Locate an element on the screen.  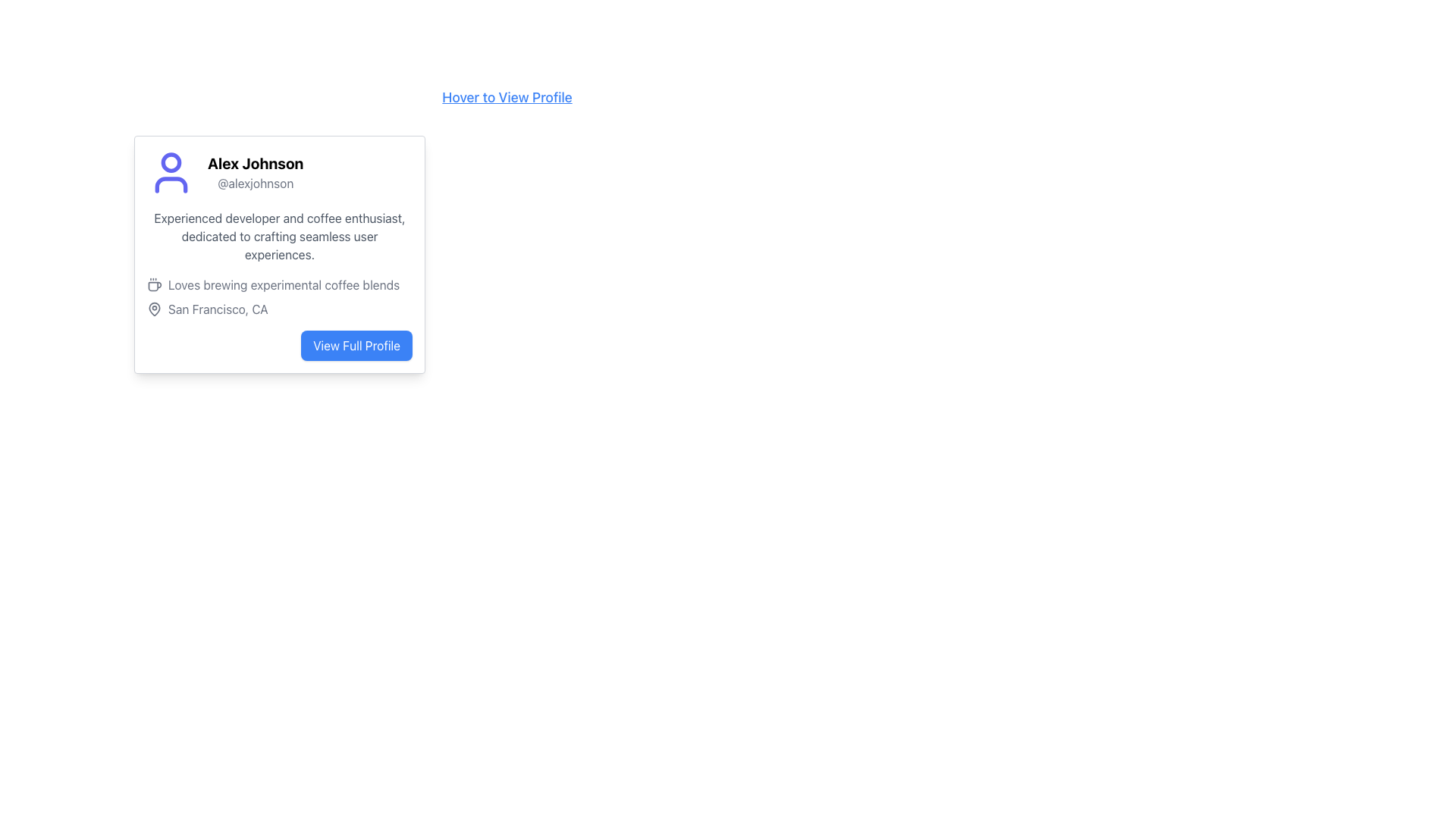
the Static Text Label indicating the user profile location, positioned below the 'Loves brewing experimental coffee blends.' text and adjacent to a map pin icon is located at coordinates (217, 309).